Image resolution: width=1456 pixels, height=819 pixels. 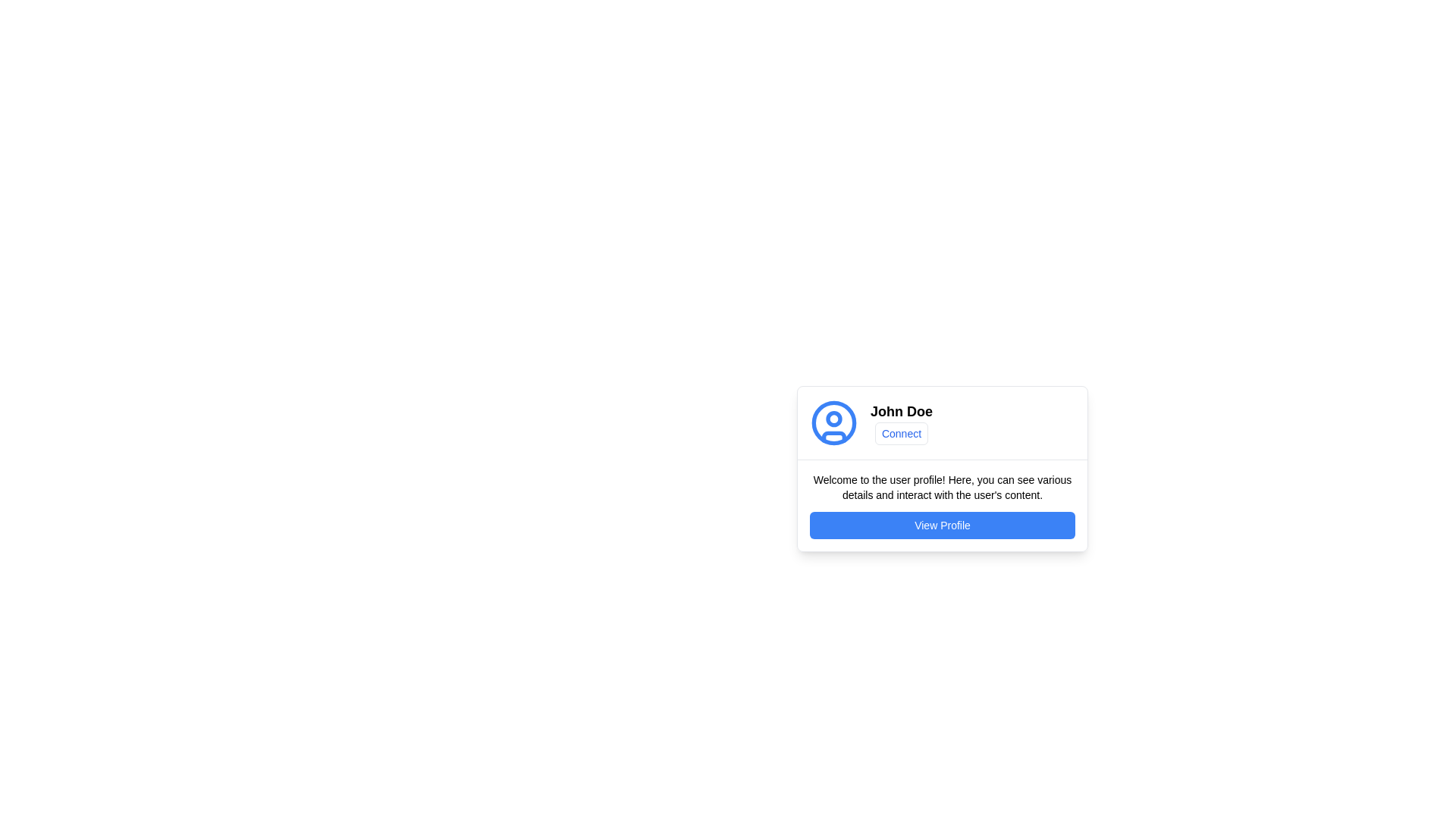 What do you see at coordinates (902, 412) in the screenshot?
I see `the Static Text displaying 'John Doe' in bold, large font located in the top-right area of the user profile section` at bounding box center [902, 412].